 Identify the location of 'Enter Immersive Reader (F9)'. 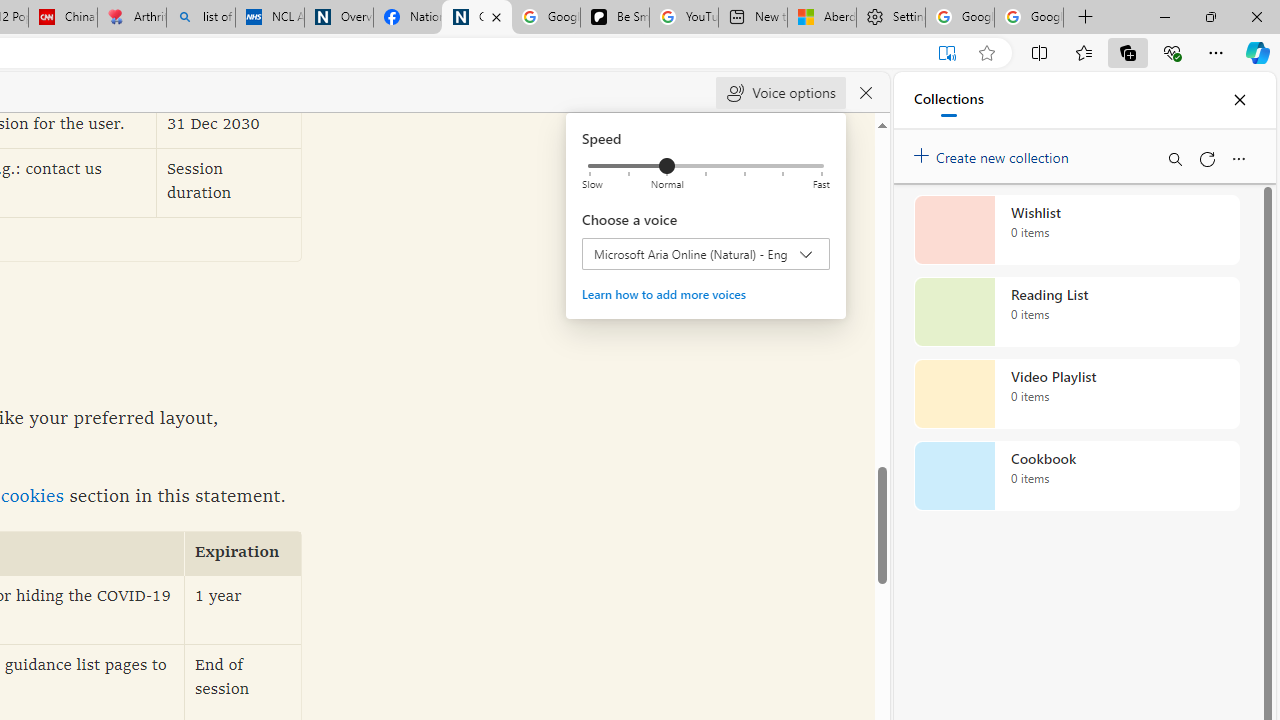
(945, 52).